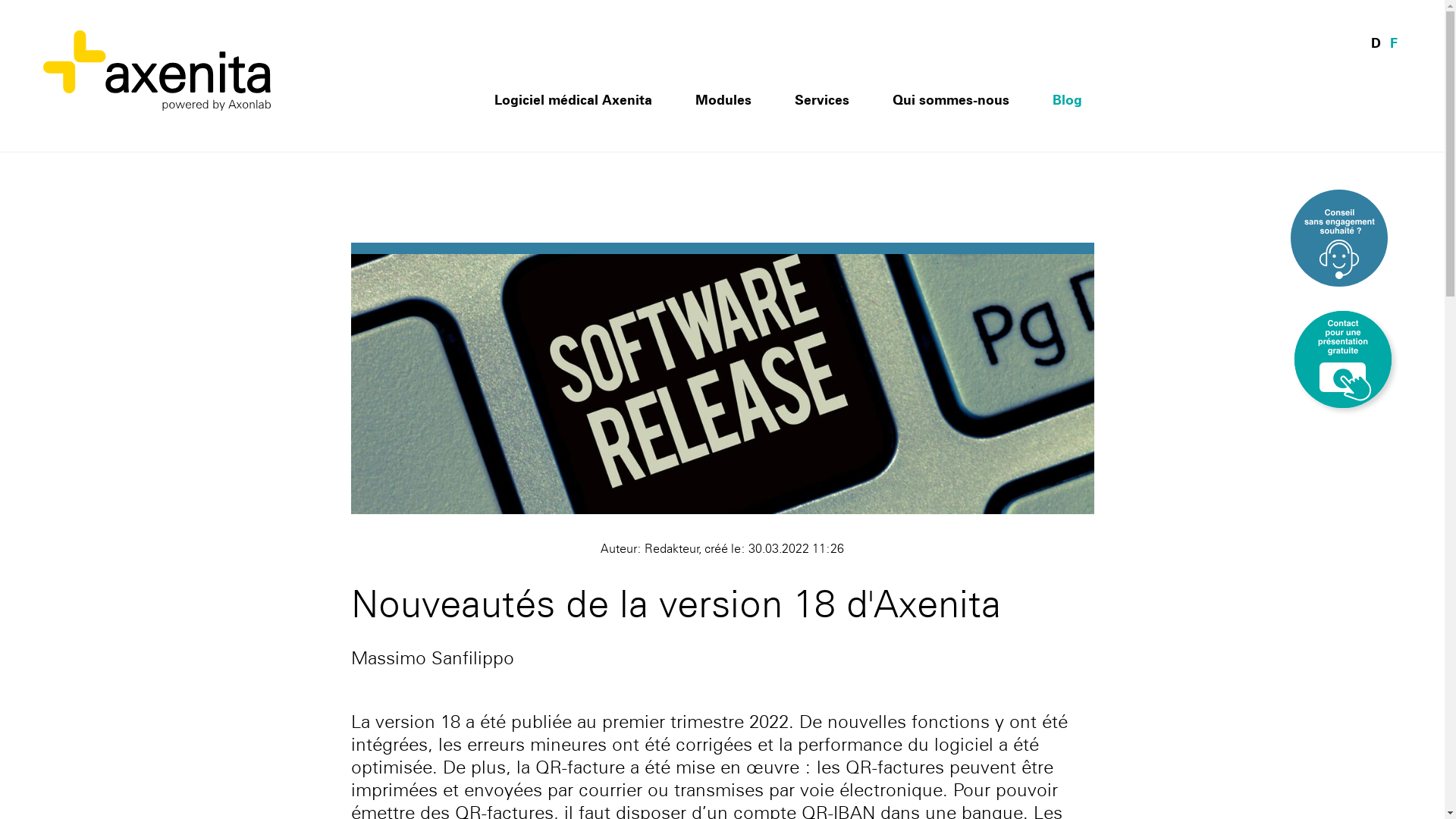 The width and height of the screenshot is (1456, 819). What do you see at coordinates (1376, 42) in the screenshot?
I see `'D'` at bounding box center [1376, 42].